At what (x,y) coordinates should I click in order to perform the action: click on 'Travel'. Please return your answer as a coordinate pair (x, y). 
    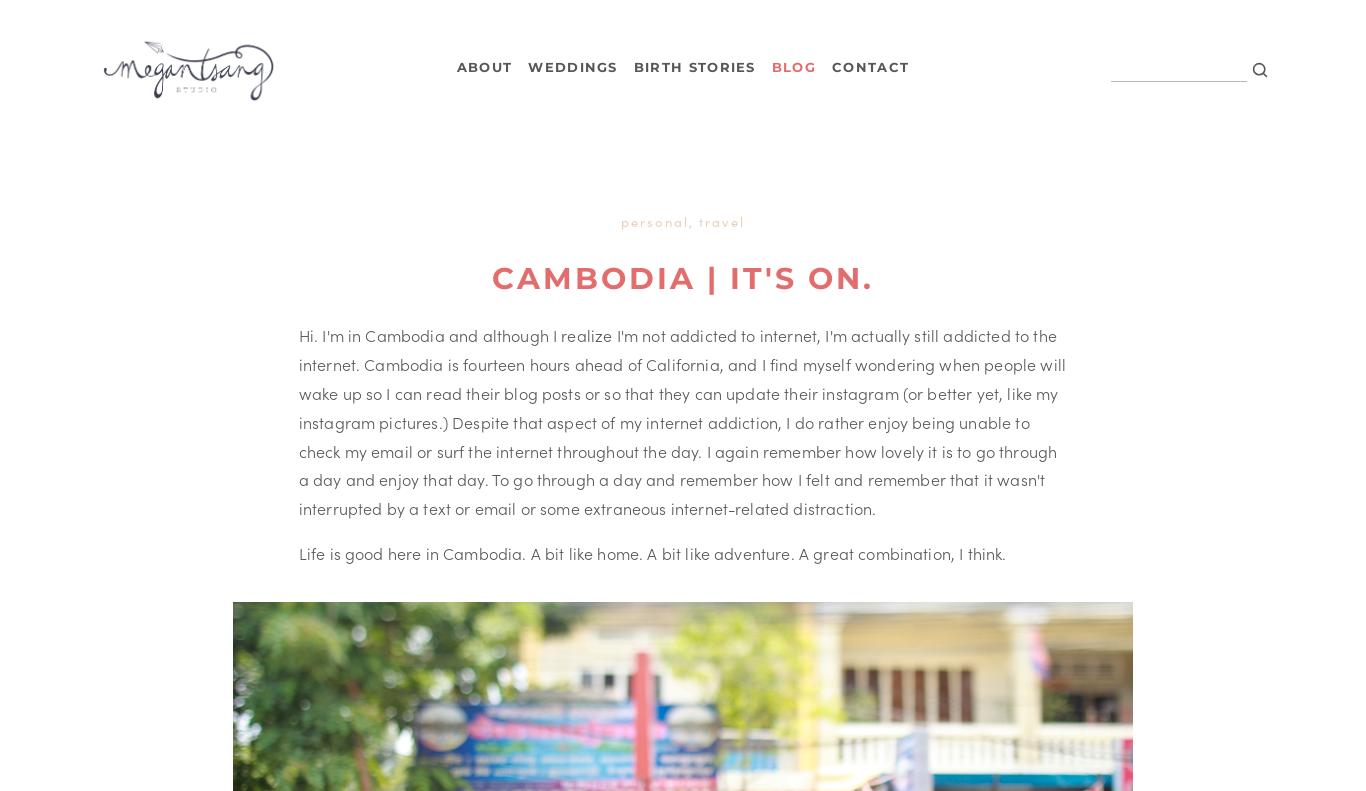
    Looking at the image, I should click on (720, 220).